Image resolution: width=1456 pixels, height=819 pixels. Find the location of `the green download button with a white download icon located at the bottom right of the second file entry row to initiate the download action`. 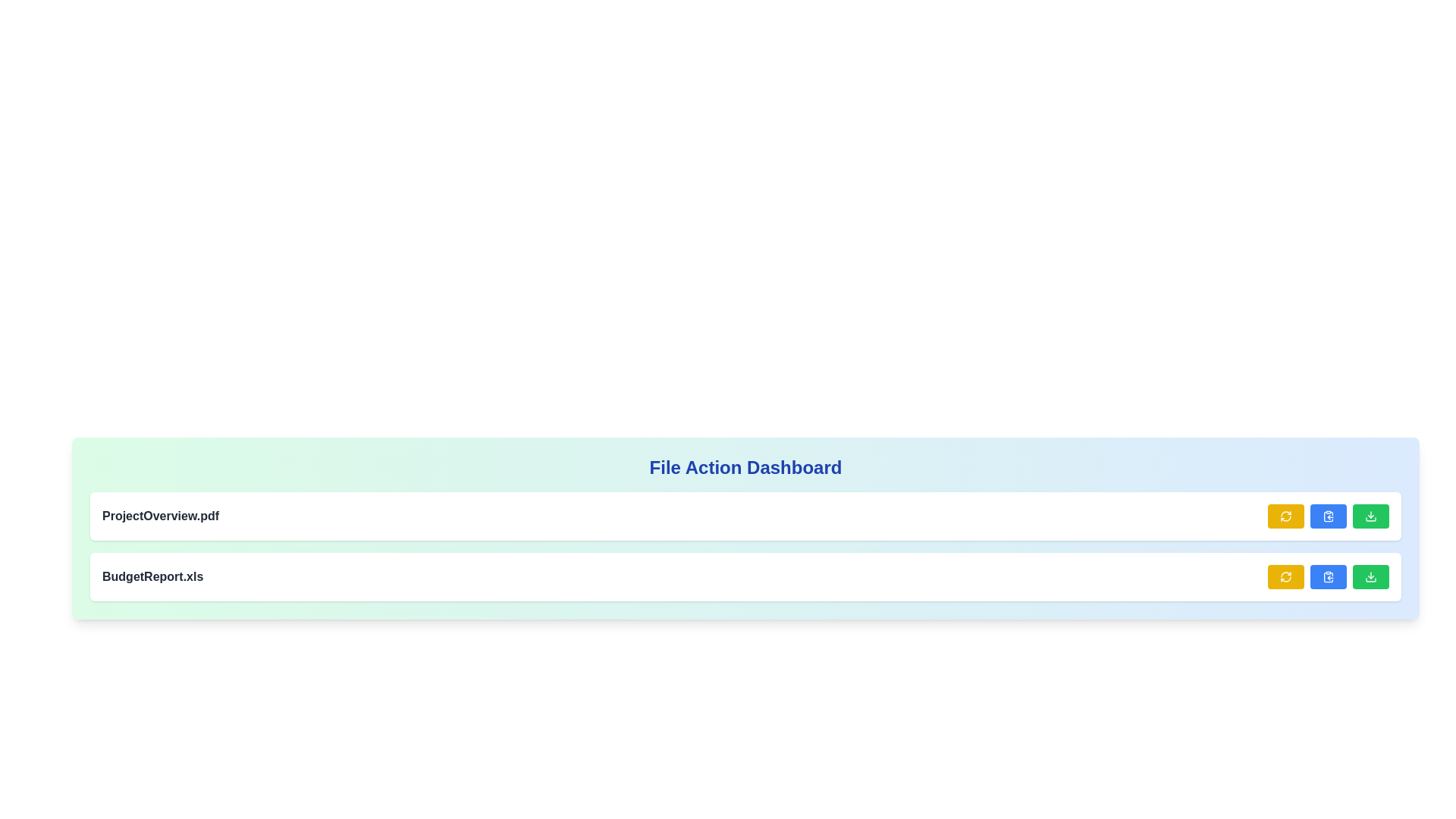

the green download button with a white download icon located at the bottom right of the second file entry row to initiate the download action is located at coordinates (1371, 516).